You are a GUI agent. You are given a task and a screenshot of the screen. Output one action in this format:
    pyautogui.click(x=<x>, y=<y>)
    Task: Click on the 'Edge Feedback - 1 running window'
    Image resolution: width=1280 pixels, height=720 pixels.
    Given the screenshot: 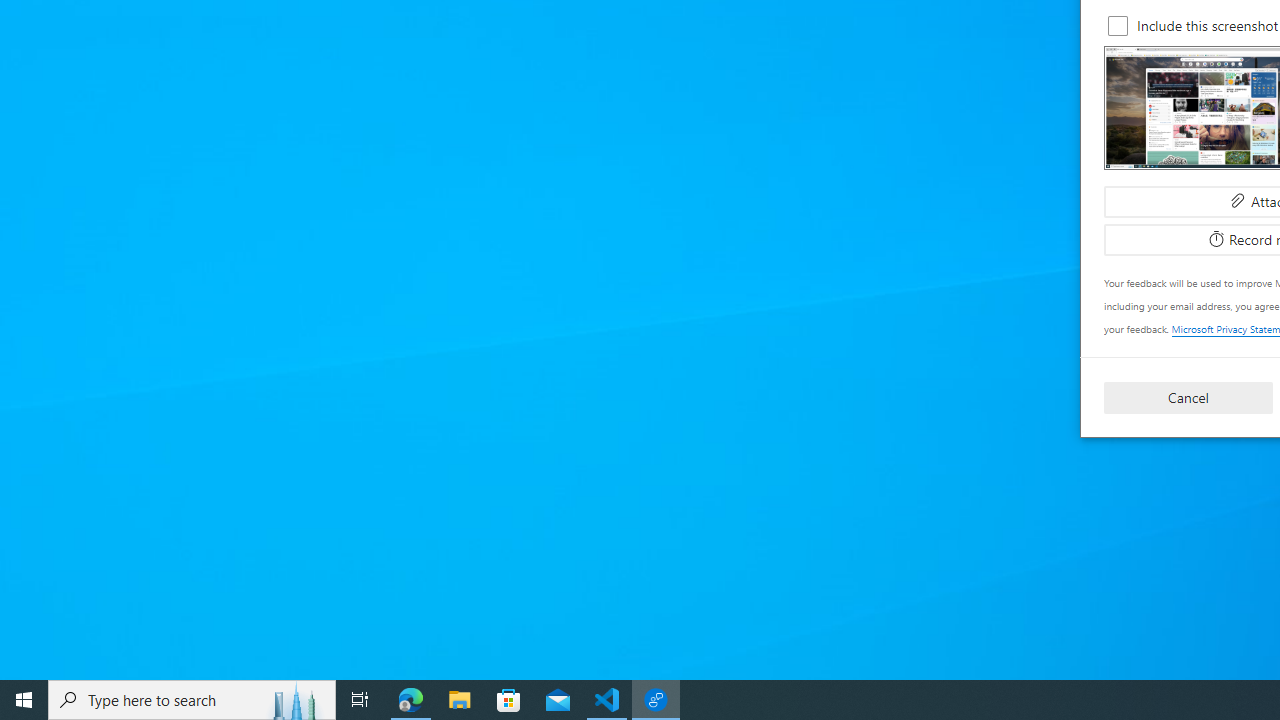 What is the action you would take?
    pyautogui.click(x=656, y=698)
    